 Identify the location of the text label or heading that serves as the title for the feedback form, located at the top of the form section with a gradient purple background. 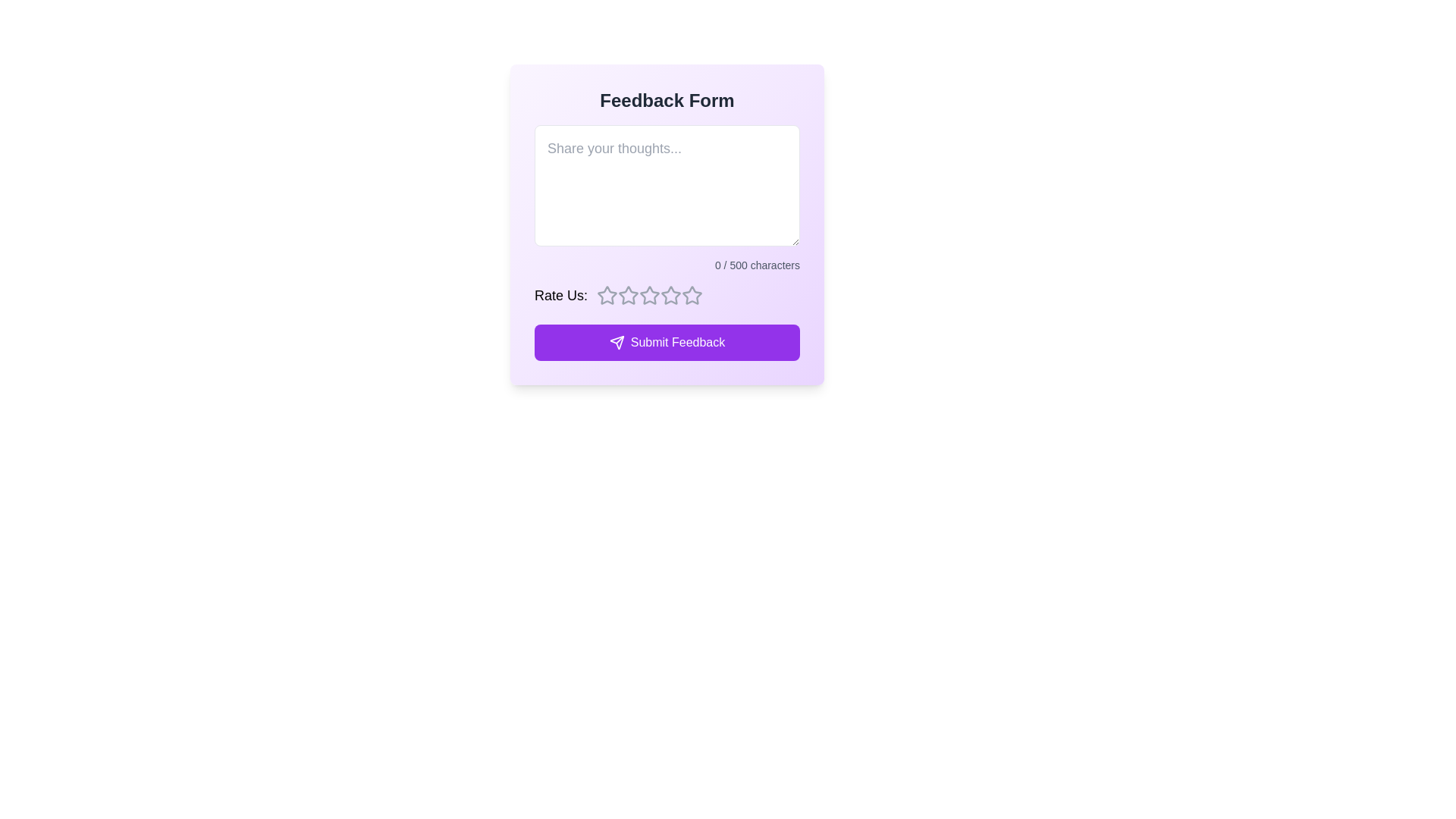
(667, 100).